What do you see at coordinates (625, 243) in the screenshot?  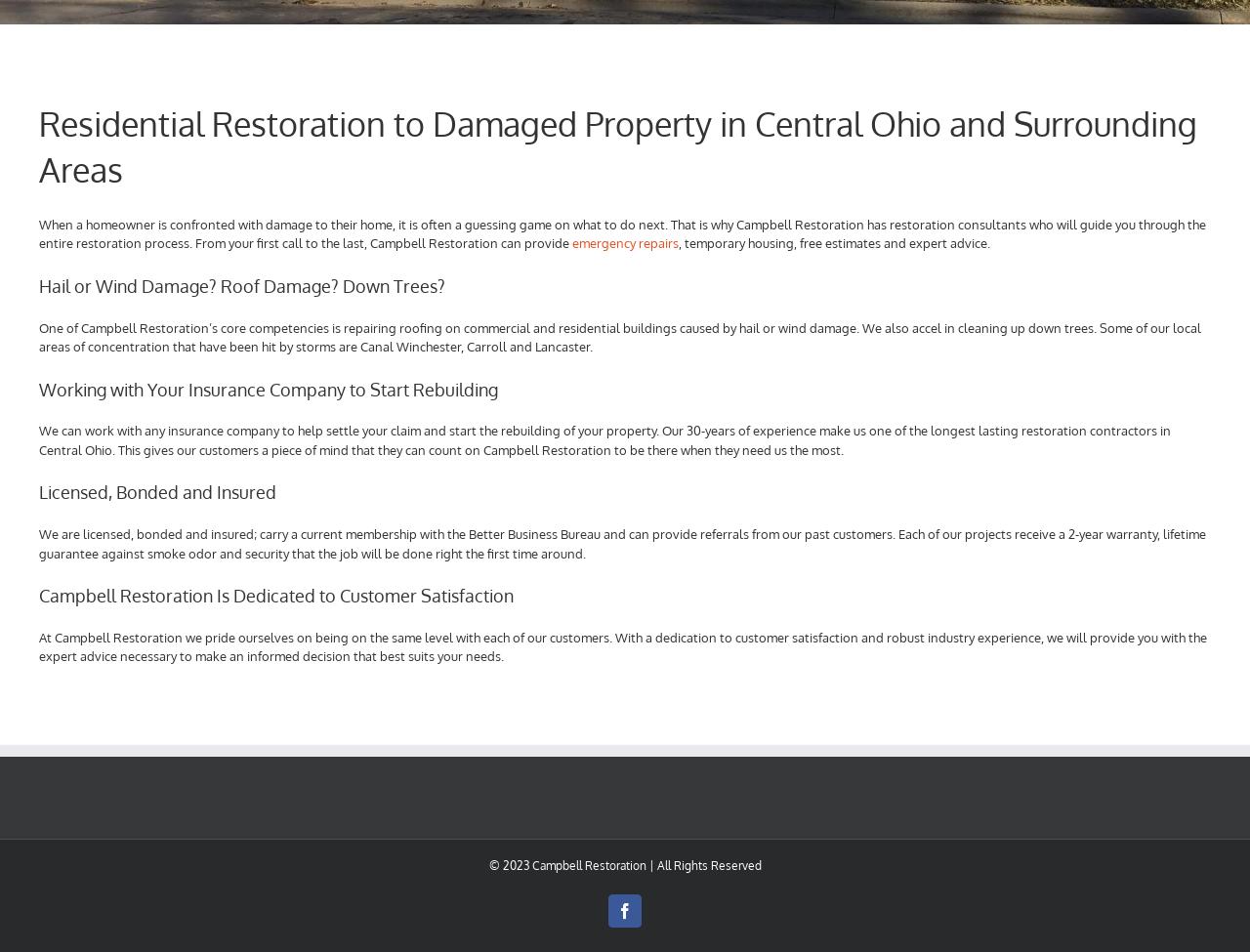 I see `'emergency repairs'` at bounding box center [625, 243].